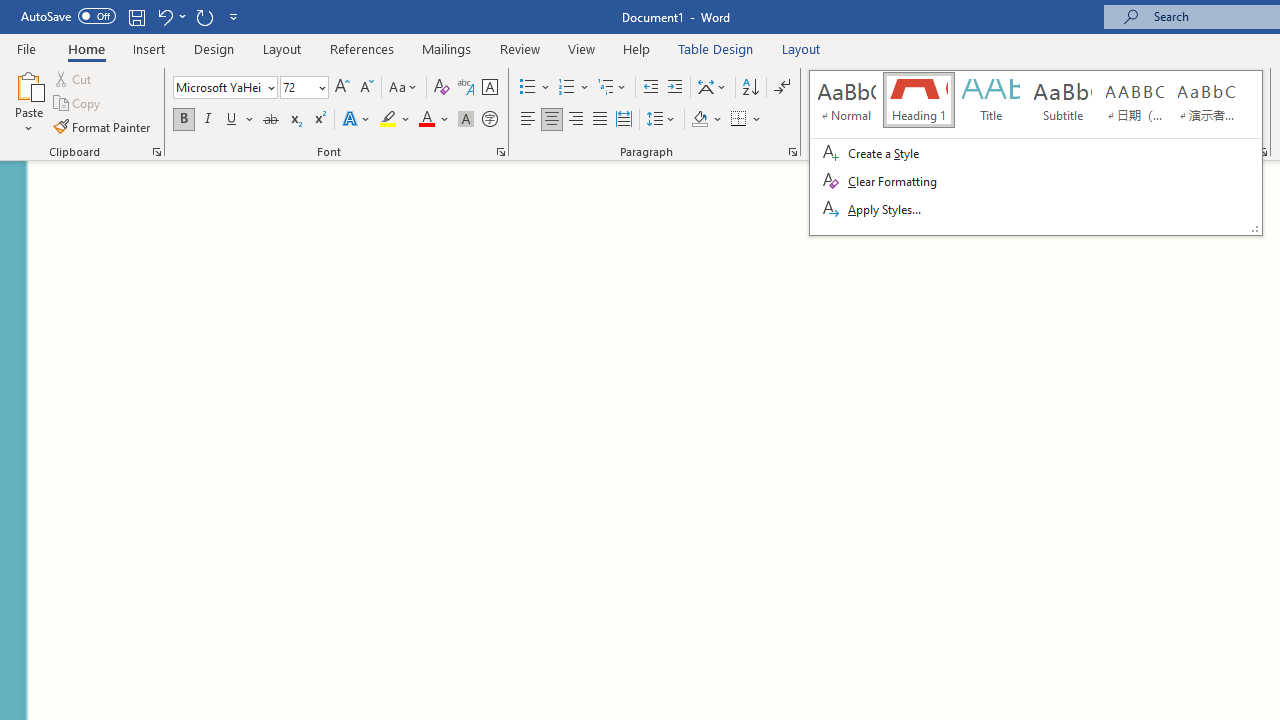 This screenshot has height=720, width=1280. I want to click on 'Change Case', so click(403, 86).